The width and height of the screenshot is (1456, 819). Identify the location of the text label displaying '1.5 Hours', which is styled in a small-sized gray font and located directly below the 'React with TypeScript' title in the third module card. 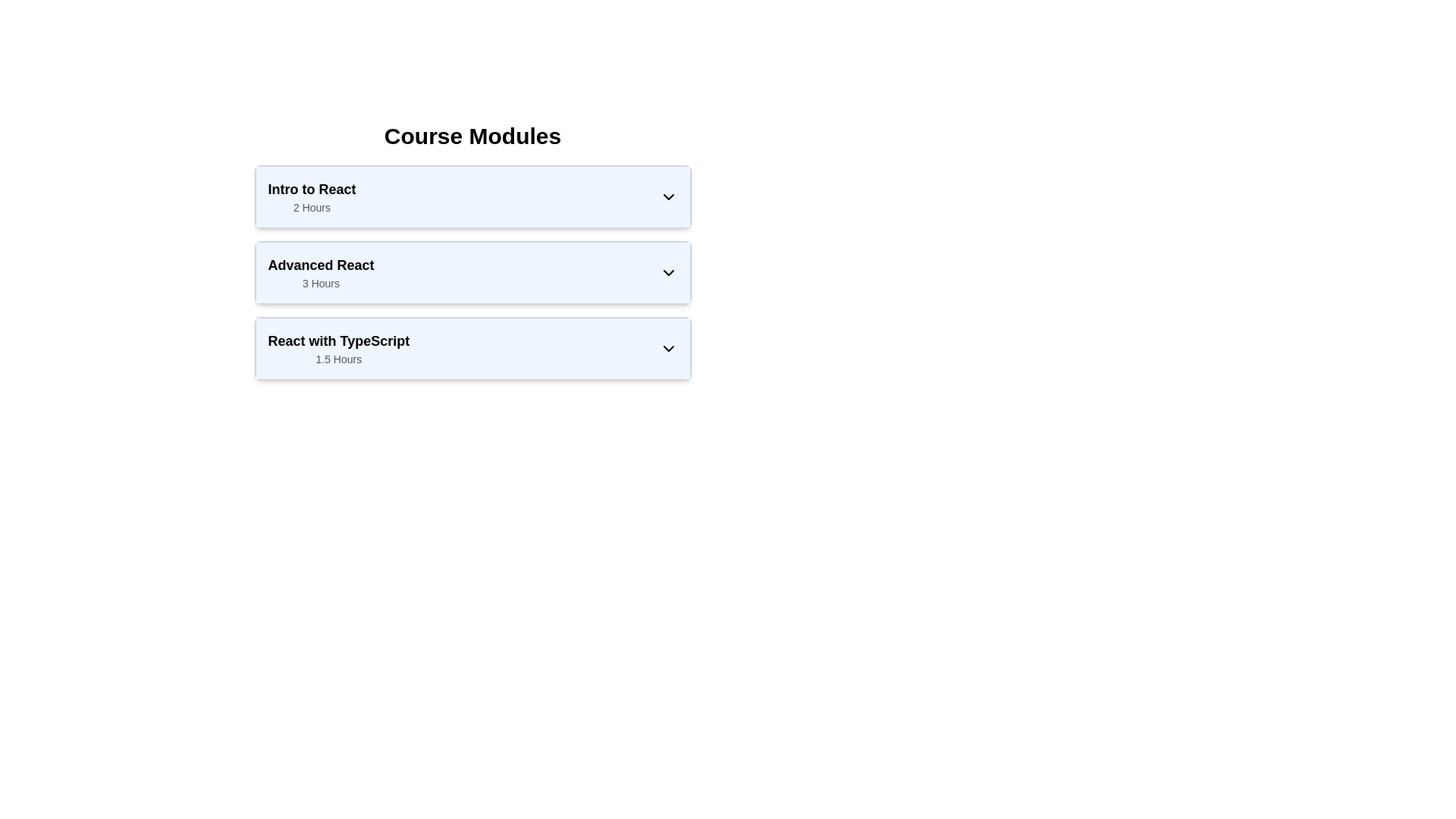
(337, 359).